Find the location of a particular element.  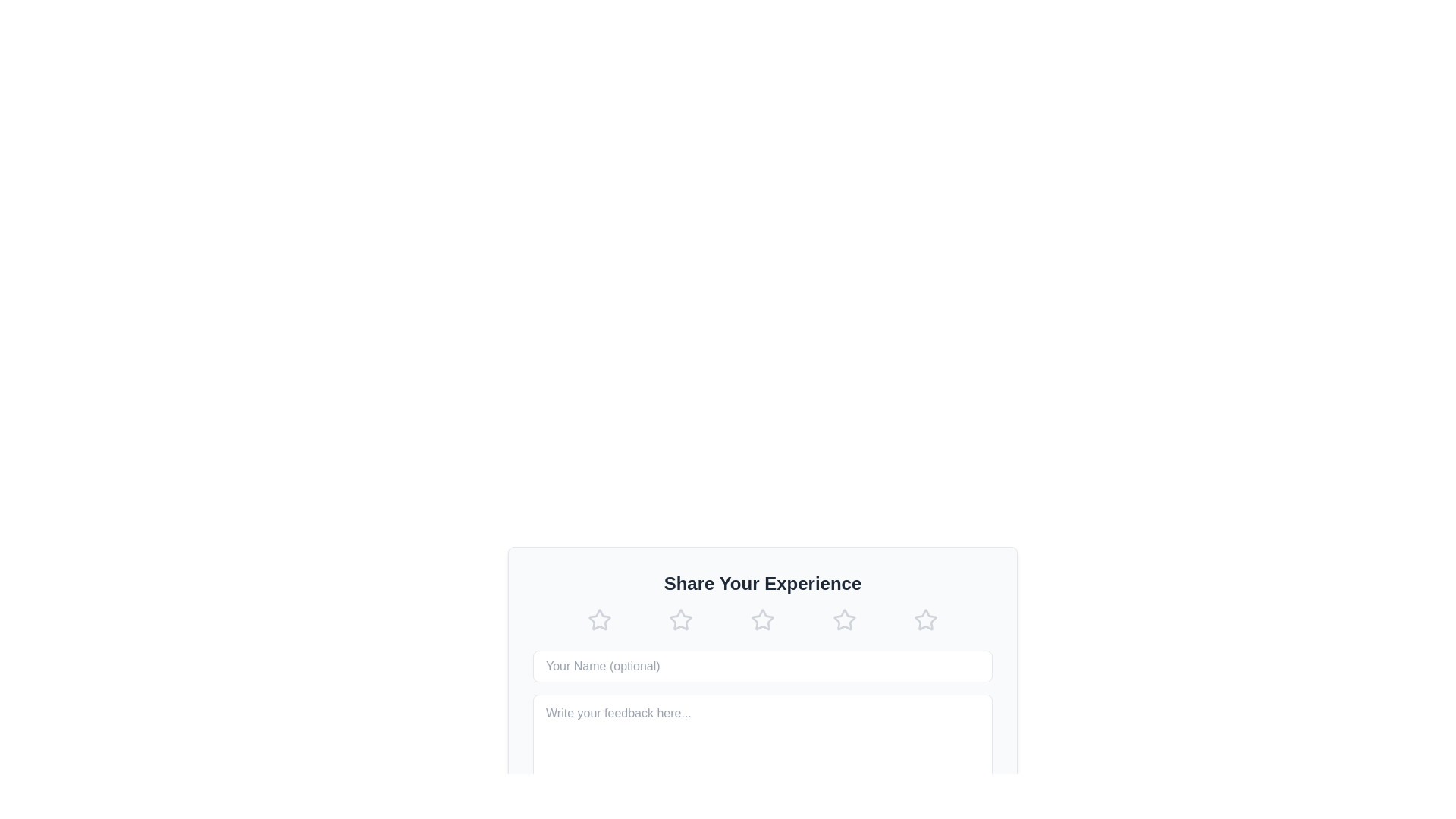

the first rating star icon is located at coordinates (679, 620).